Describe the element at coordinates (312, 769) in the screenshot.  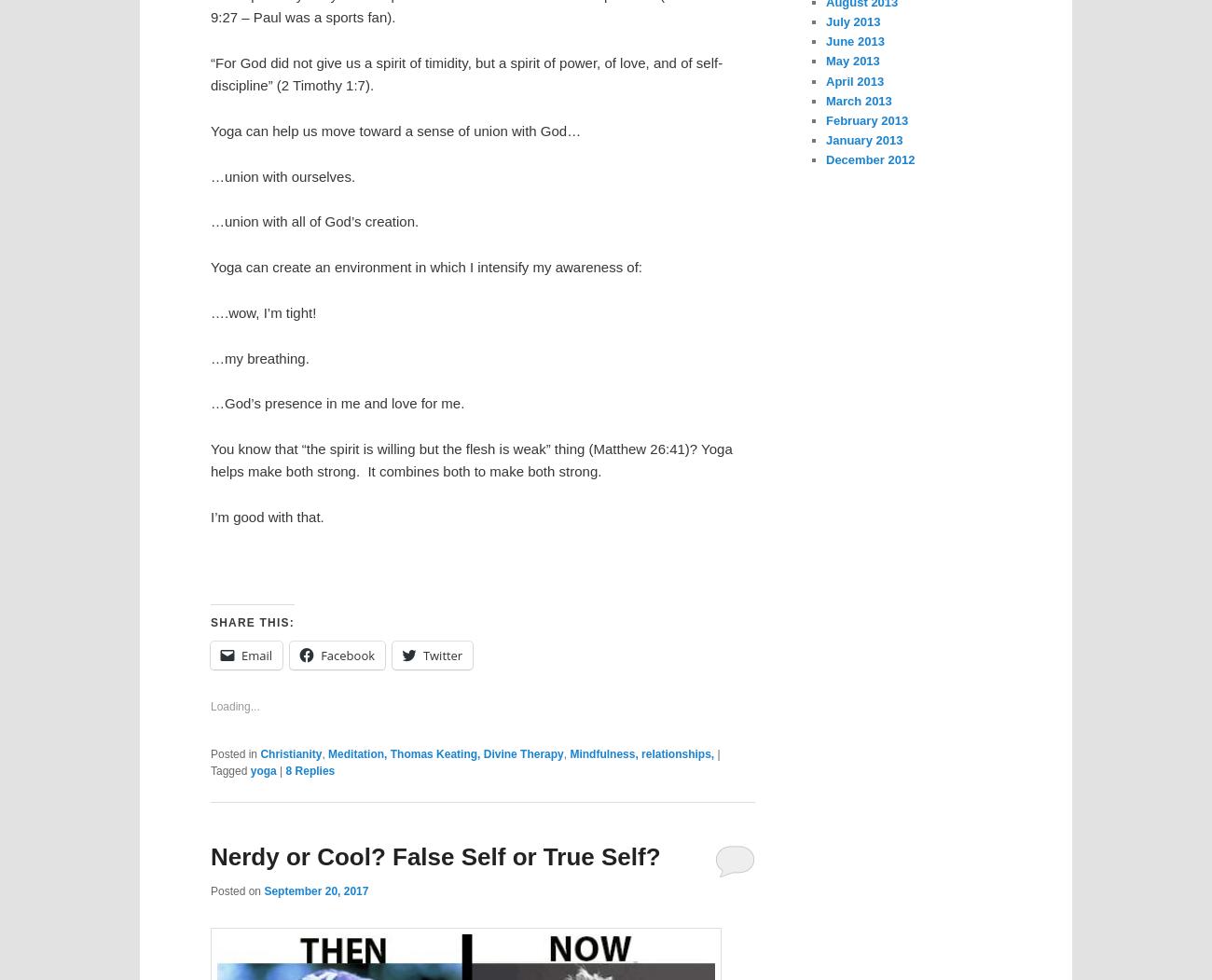
I see `'Replies'` at that location.